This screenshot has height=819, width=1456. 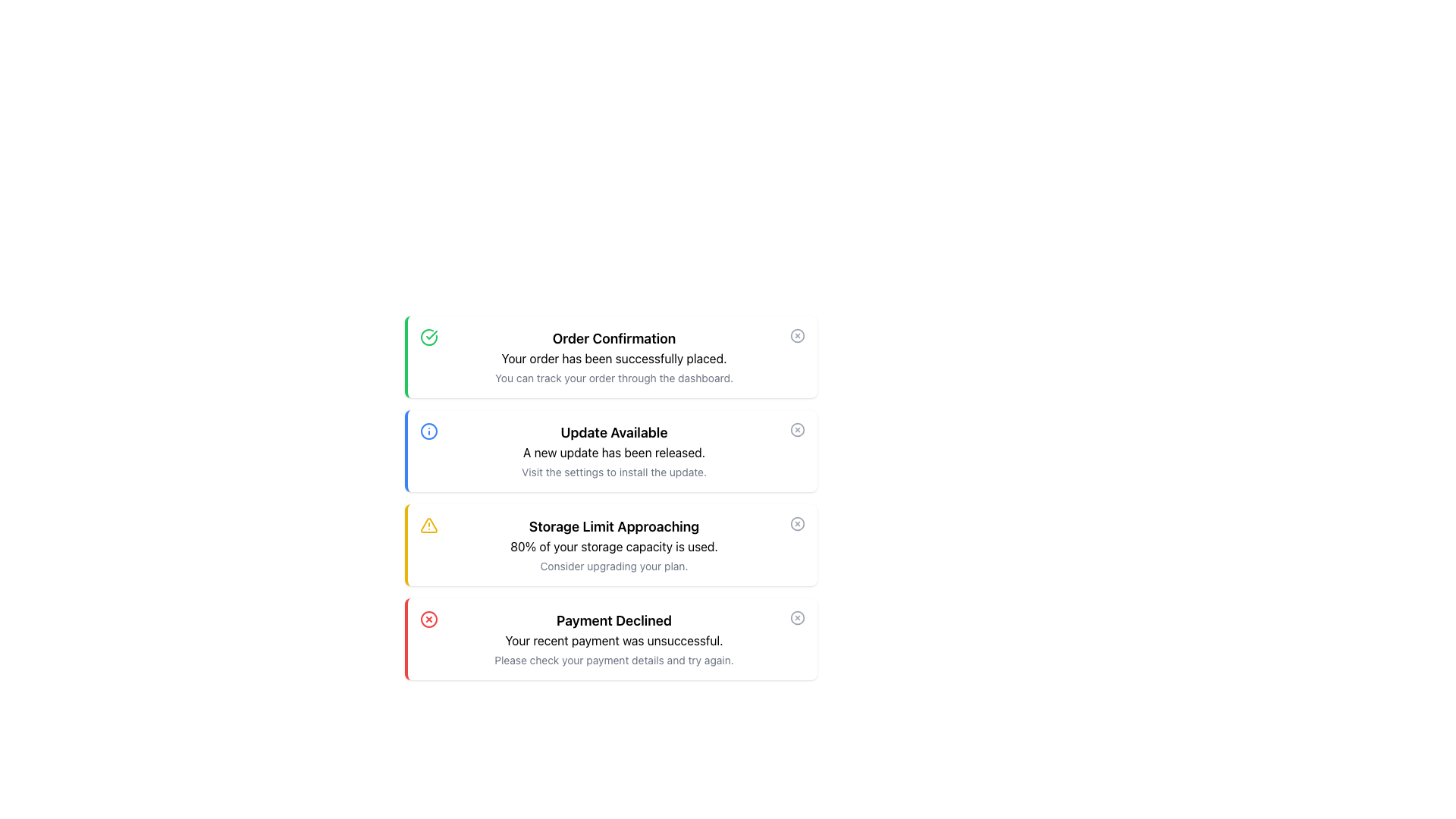 I want to click on the Informative Icon, which is a circular blue outlined icon with an 'i' insignia located in the second notification card from the top, so click(x=428, y=431).